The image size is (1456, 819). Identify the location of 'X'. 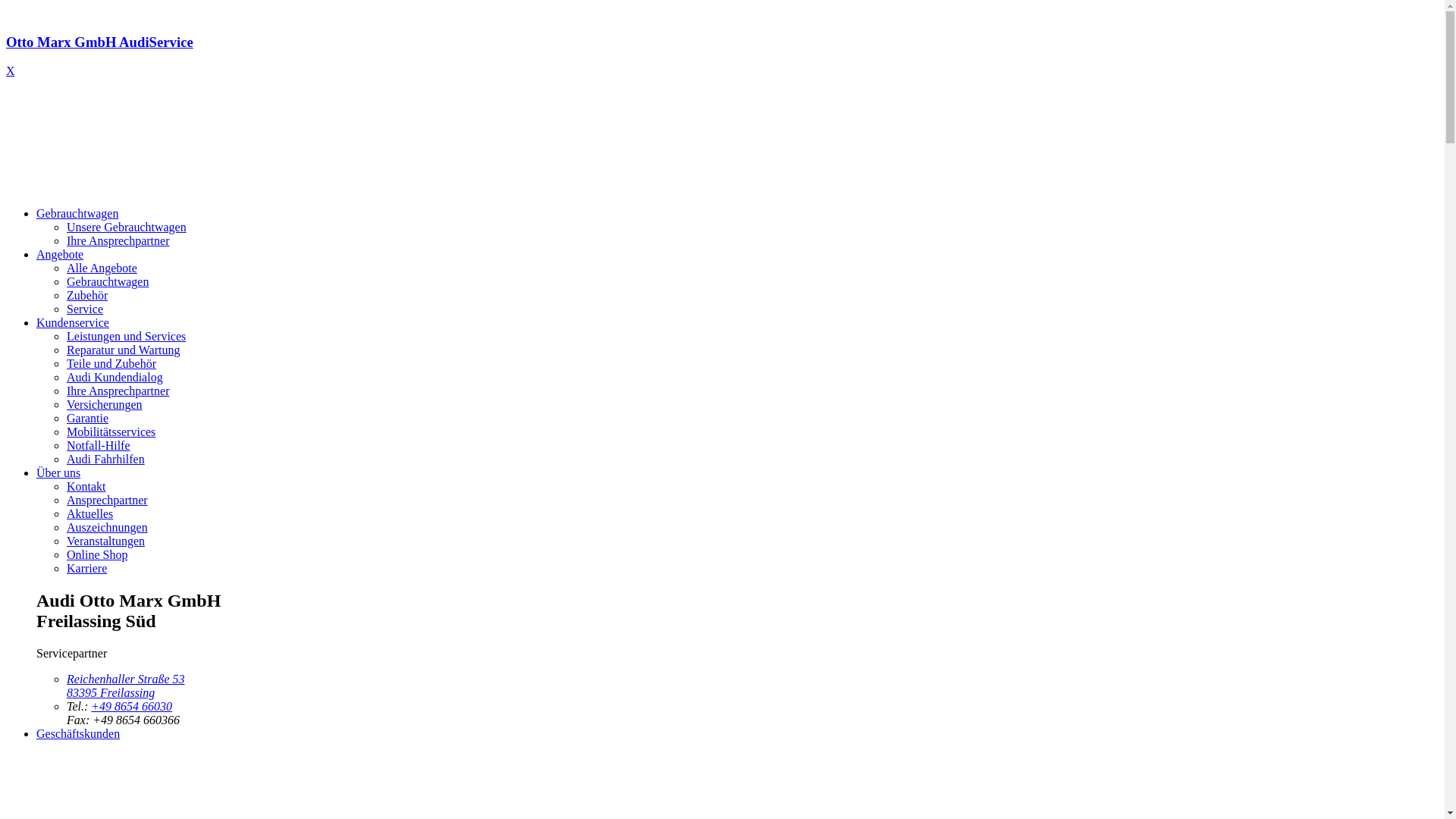
(6, 71).